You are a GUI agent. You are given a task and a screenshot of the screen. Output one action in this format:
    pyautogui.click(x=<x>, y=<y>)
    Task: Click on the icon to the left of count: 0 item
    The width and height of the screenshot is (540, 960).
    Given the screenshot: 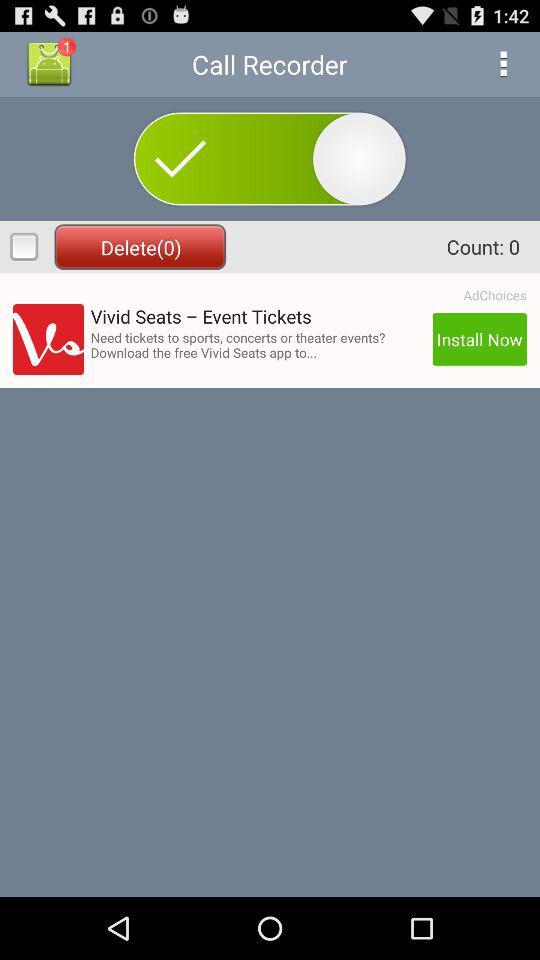 What is the action you would take?
    pyautogui.click(x=139, y=246)
    